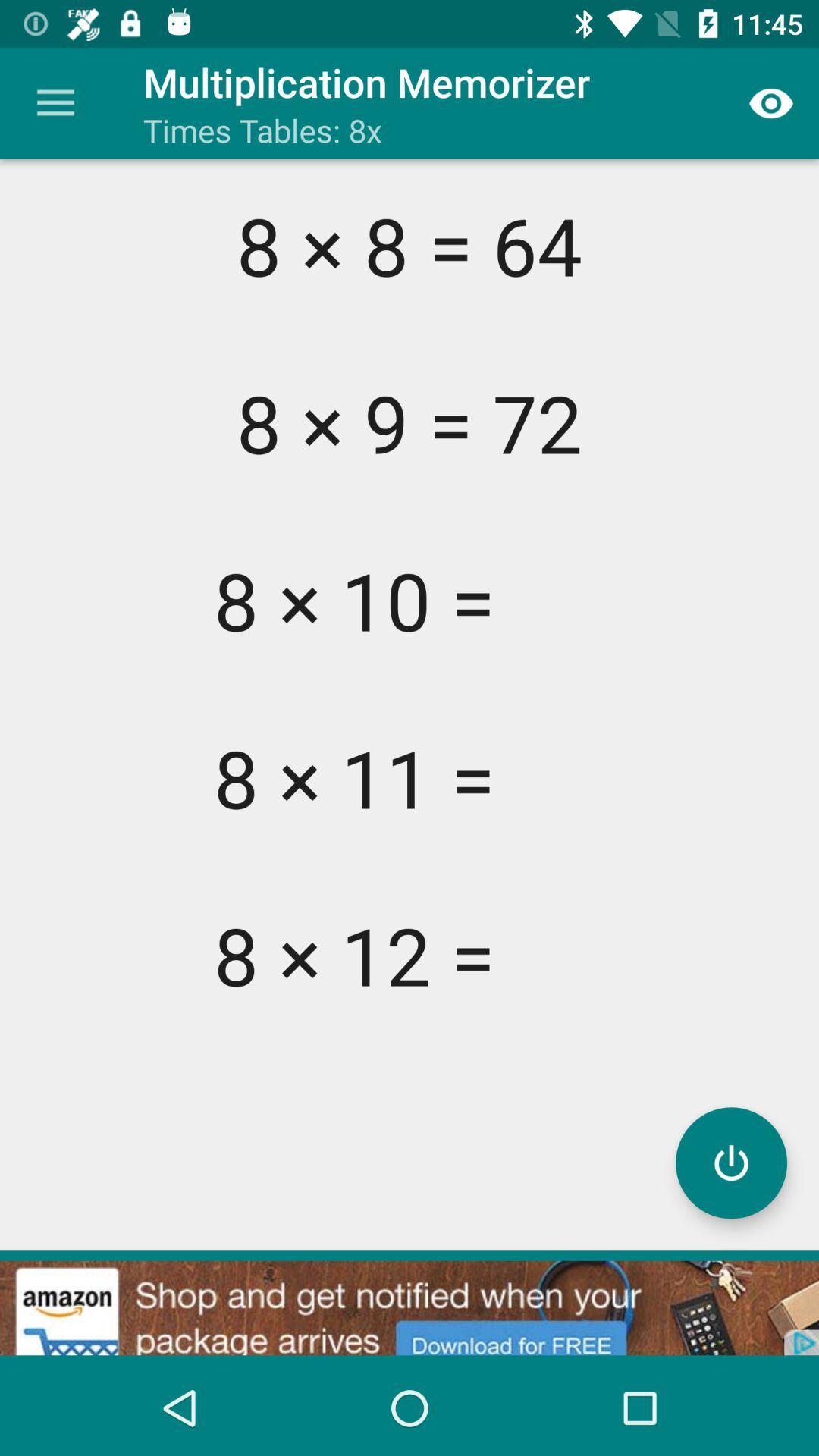  I want to click on stop, so click(730, 1162).